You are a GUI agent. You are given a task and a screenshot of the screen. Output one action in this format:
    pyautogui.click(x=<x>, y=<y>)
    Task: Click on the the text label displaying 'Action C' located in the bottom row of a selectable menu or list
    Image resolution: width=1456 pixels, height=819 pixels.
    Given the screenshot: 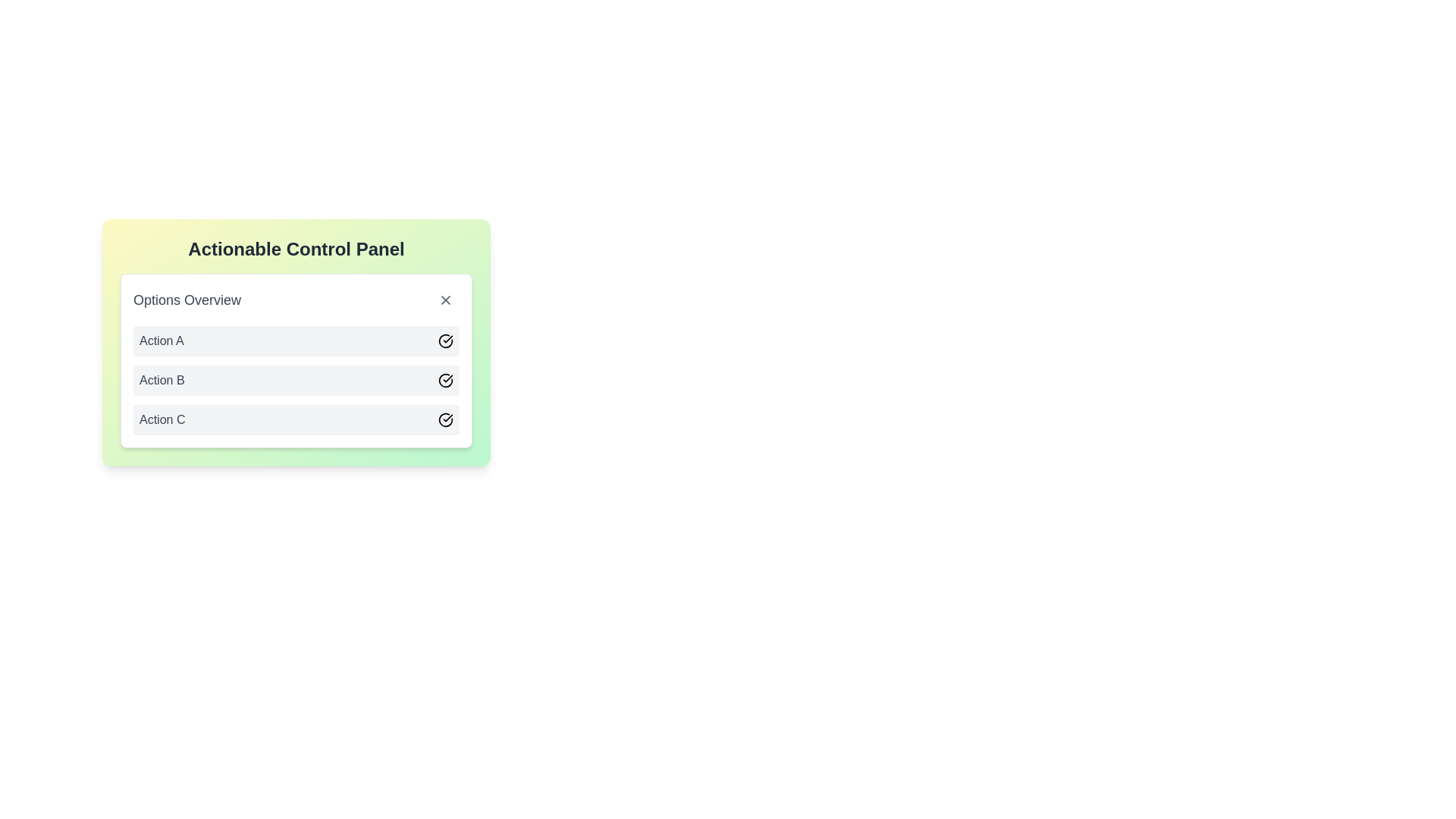 What is the action you would take?
    pyautogui.click(x=162, y=420)
    